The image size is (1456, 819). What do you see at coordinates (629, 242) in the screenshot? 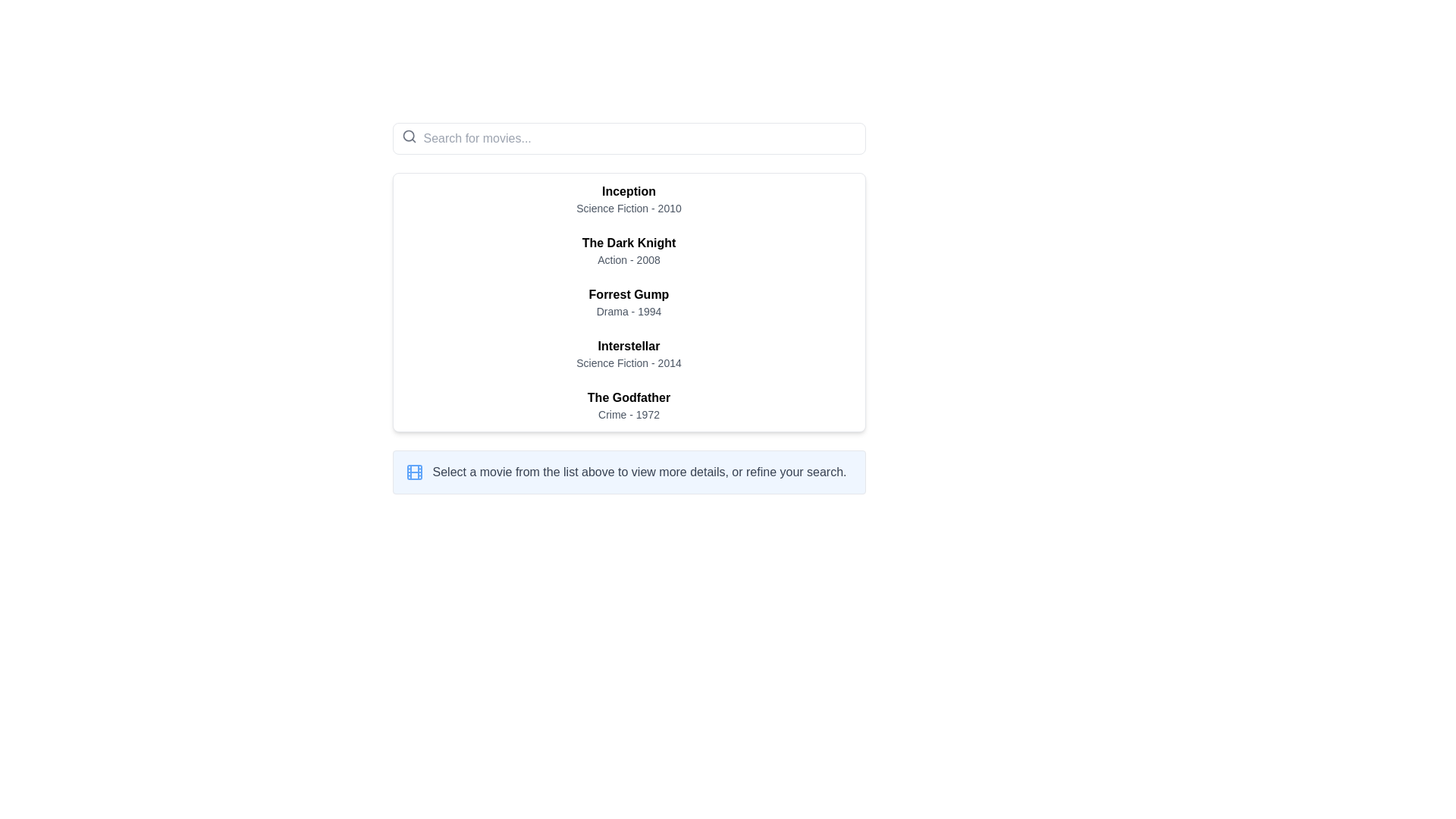
I see `bold text label element that displays 'The Dark Knight', positioned in the second row of the movie selection list, above 'Action - 2008' and below 'Inception'` at bounding box center [629, 242].